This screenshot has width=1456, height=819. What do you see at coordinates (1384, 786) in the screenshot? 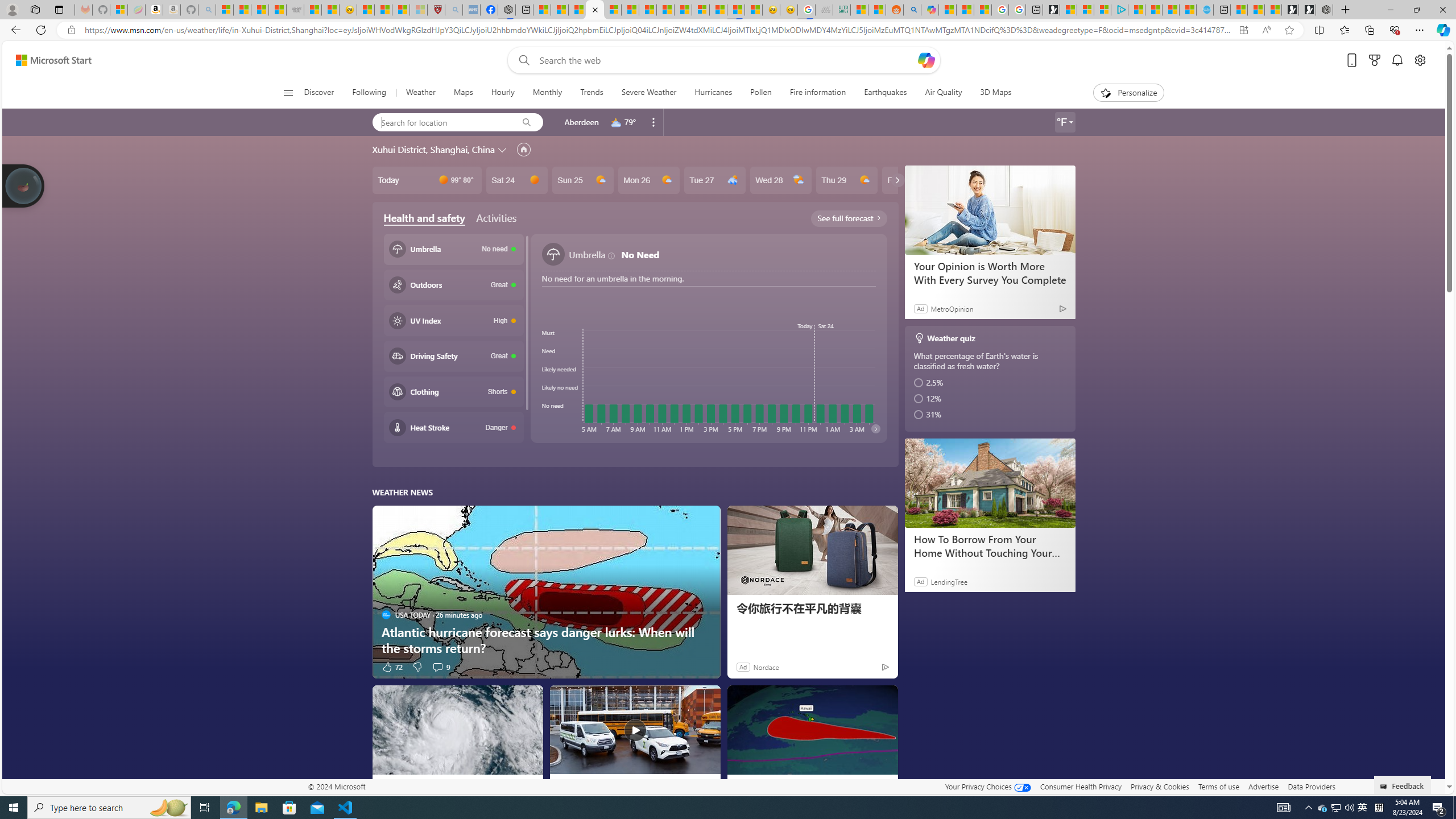
I see `'Class: feedback_link_icon-DS-EntryPoint1-1'` at bounding box center [1384, 786].